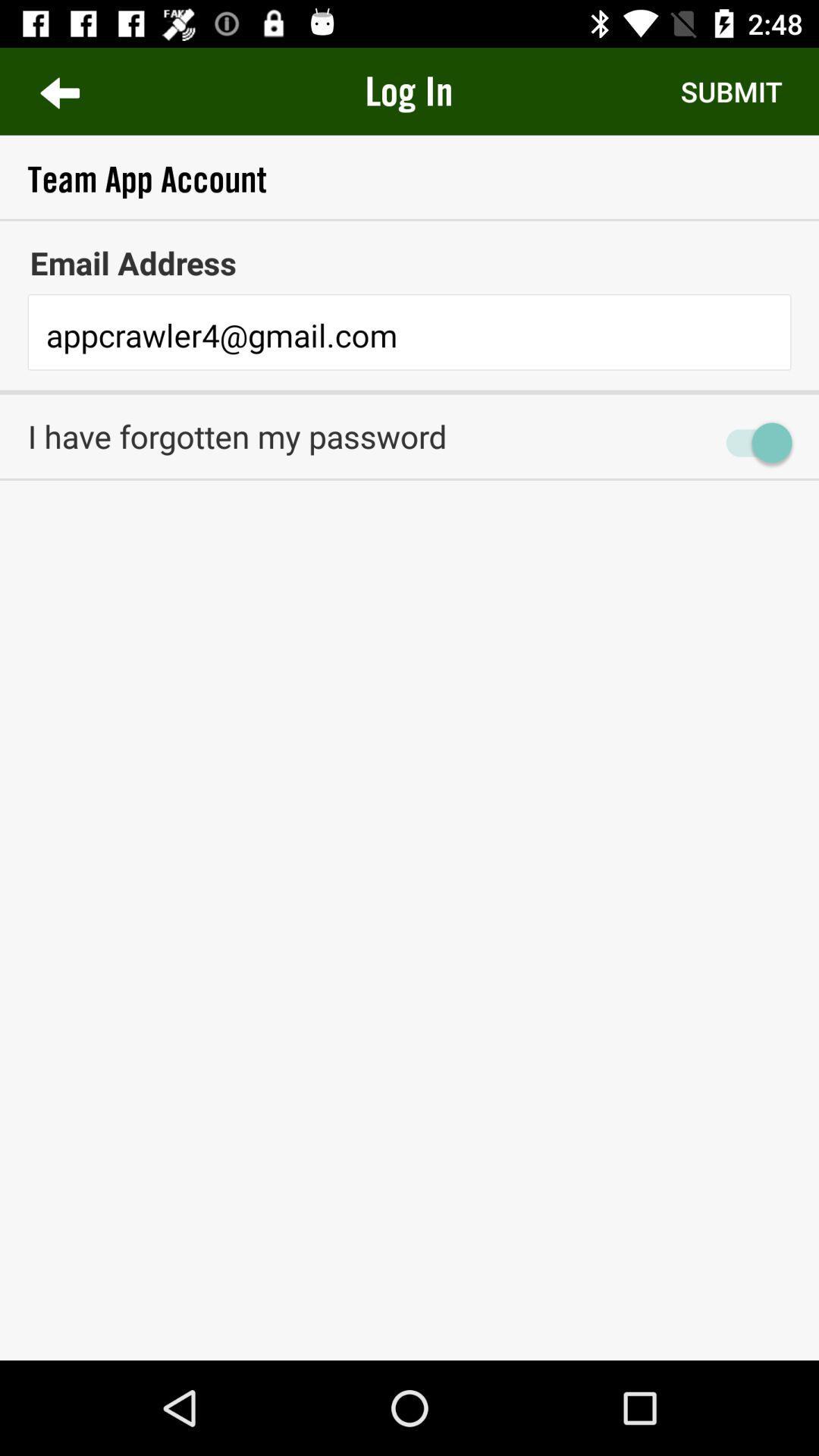 The width and height of the screenshot is (819, 1456). I want to click on appcrawler4@gmail.com icon, so click(409, 335).